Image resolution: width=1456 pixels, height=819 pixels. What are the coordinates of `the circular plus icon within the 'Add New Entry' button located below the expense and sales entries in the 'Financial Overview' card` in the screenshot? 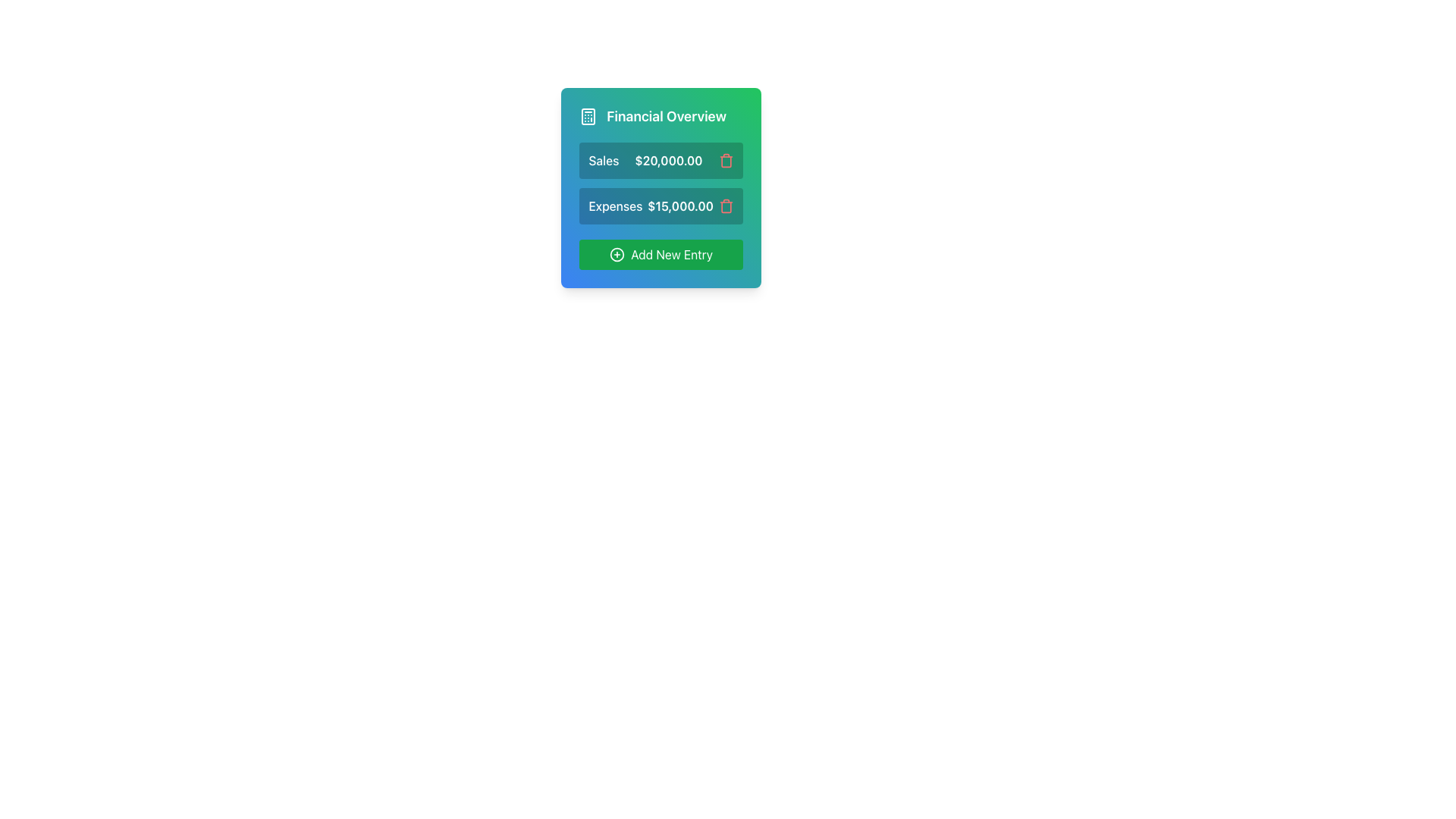 It's located at (617, 253).